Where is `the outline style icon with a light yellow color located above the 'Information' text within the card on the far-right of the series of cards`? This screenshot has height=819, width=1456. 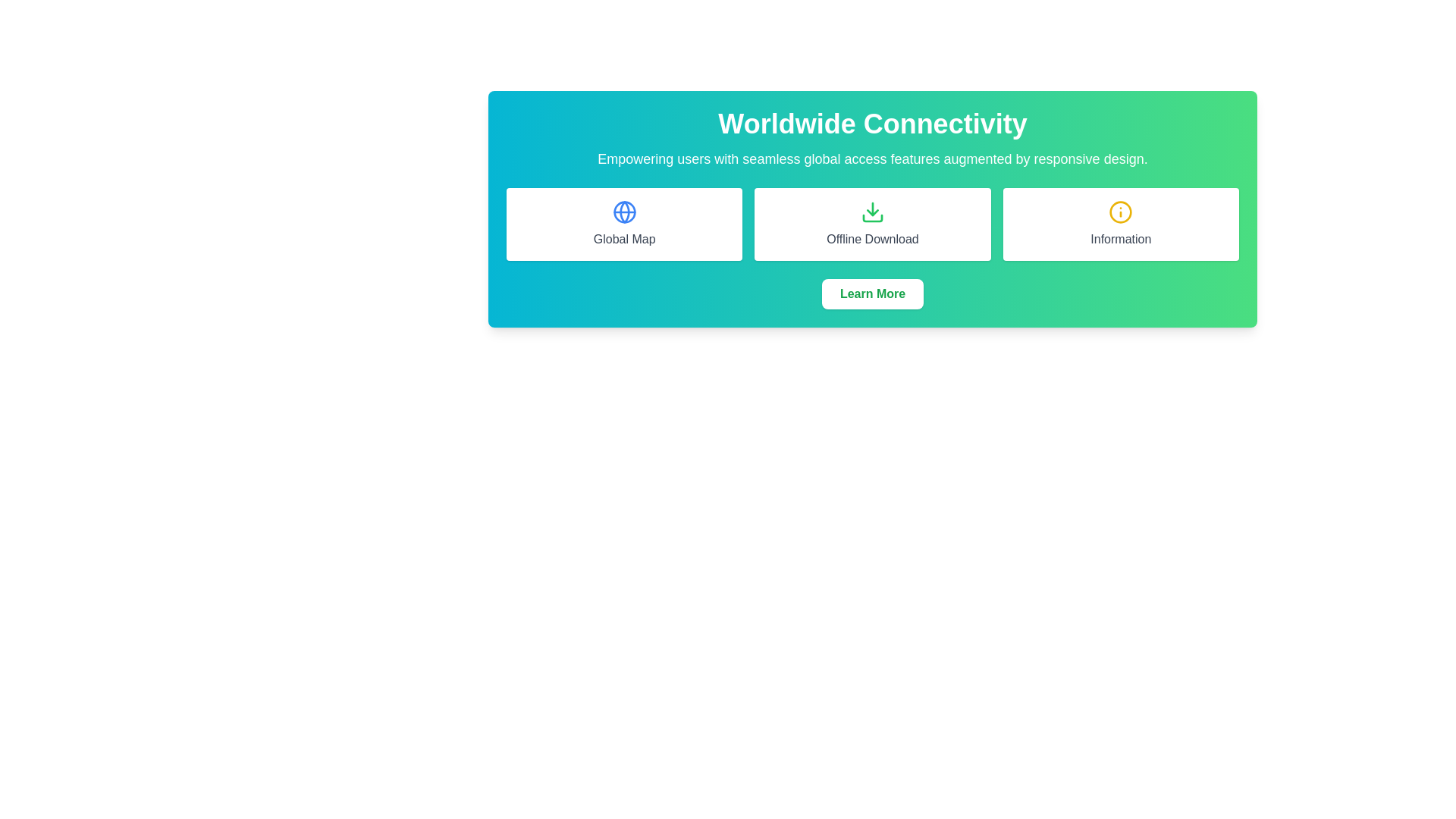 the outline style icon with a light yellow color located above the 'Information' text within the card on the far-right of the series of cards is located at coordinates (1121, 212).